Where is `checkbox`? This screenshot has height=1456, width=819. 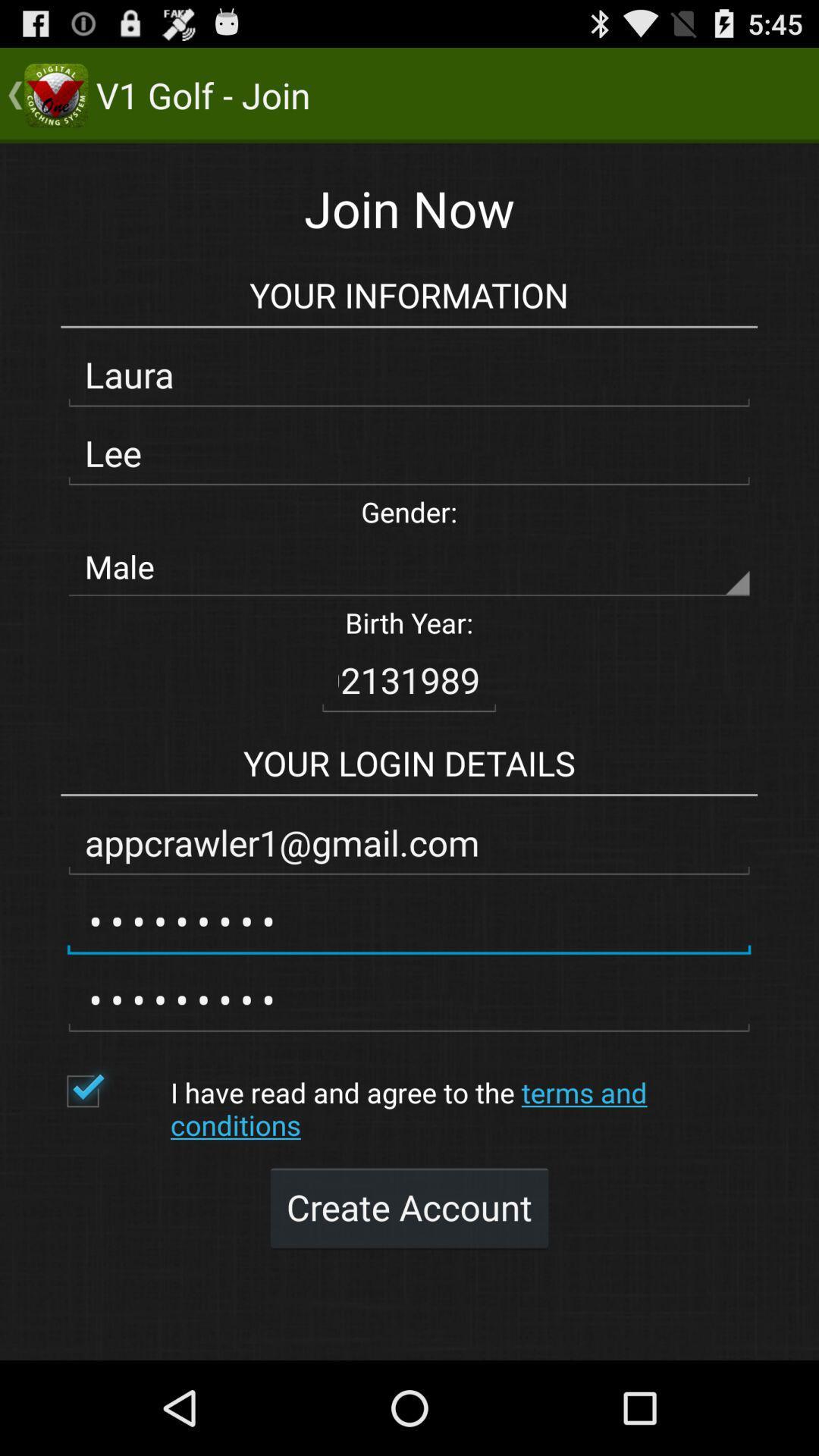 checkbox is located at coordinates (110, 1090).